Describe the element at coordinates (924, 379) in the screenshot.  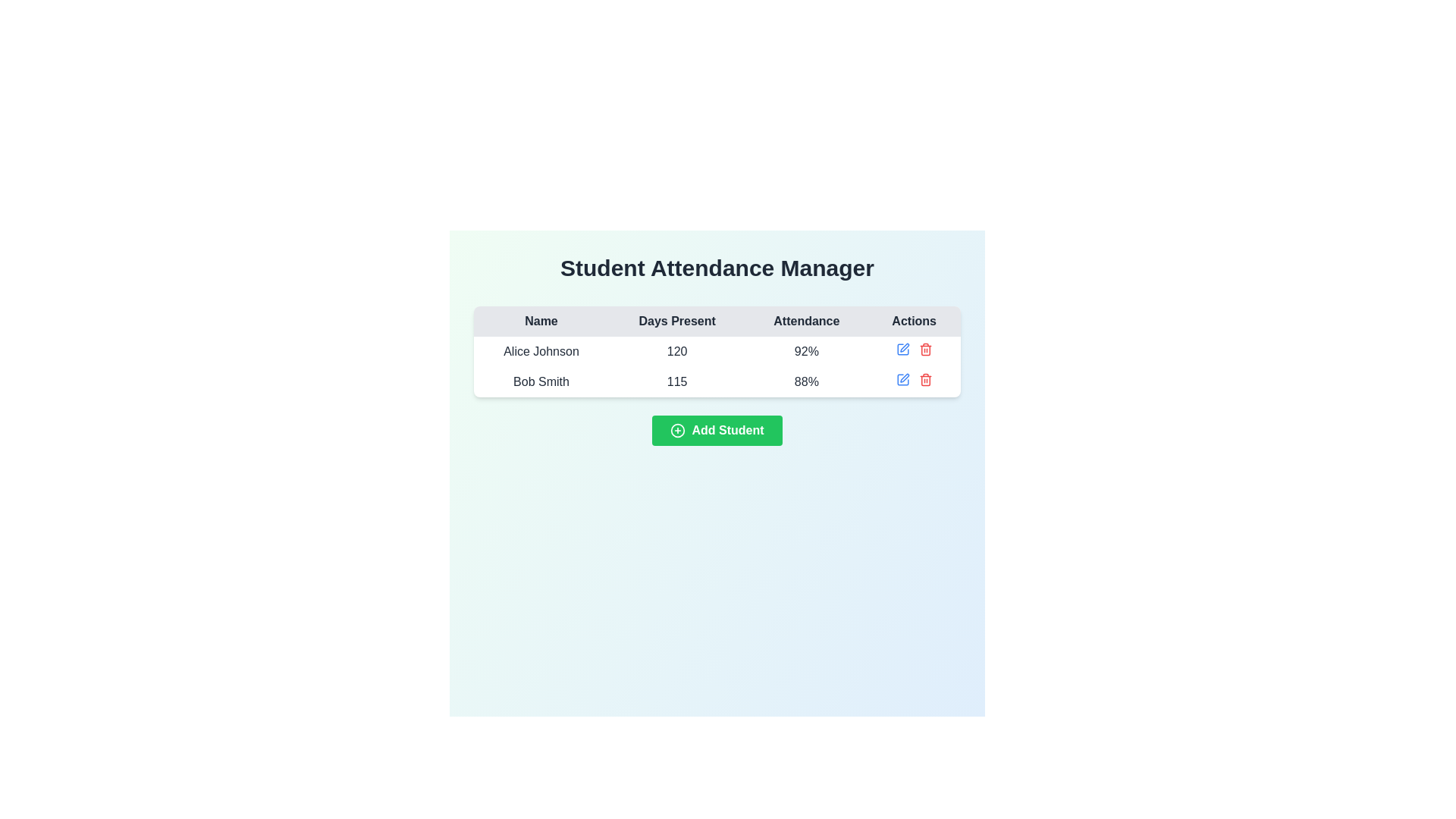
I see `the delete button located at the far right of the 'Actions' column in the second row of the table for keyboard interaction` at that location.